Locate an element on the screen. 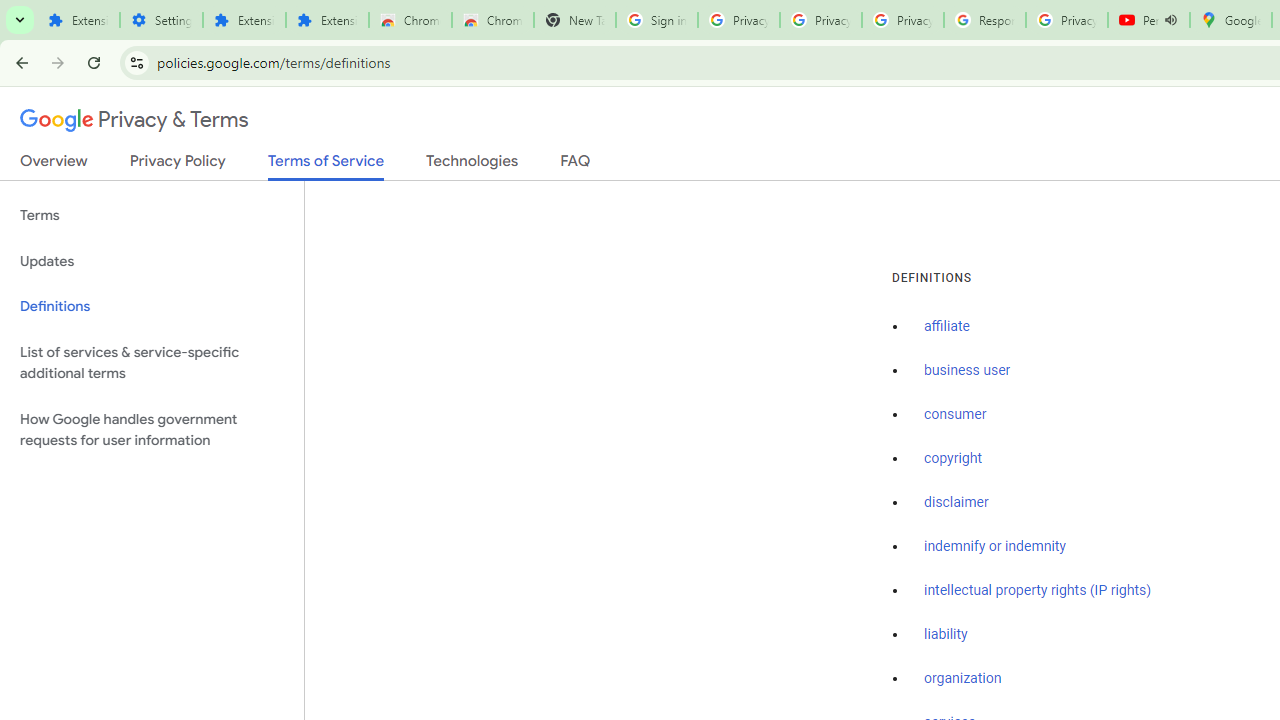  'Settings' is located at coordinates (161, 20).